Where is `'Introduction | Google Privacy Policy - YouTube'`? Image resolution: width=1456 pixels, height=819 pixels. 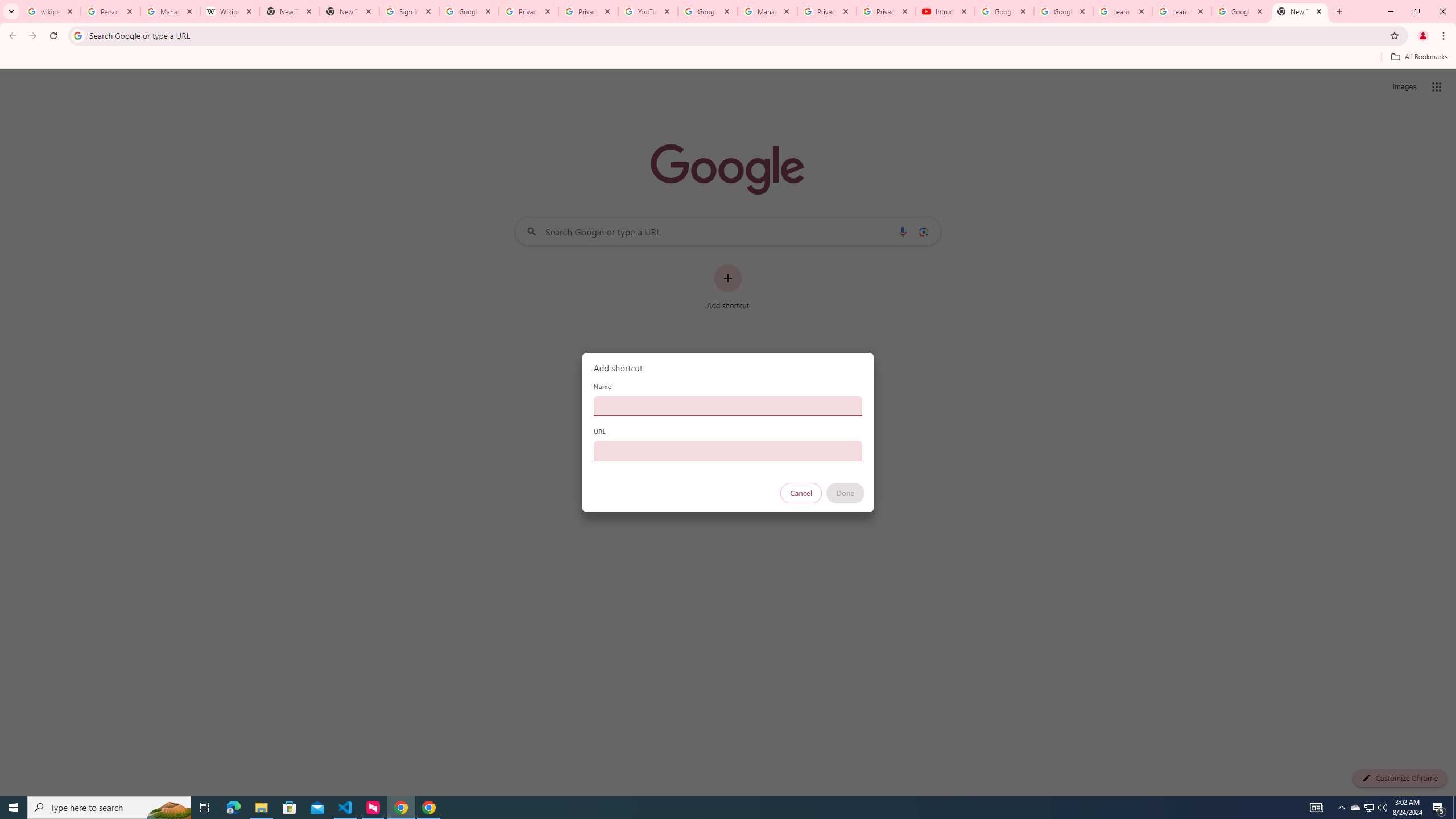
'Introduction | Google Privacy Policy - YouTube' is located at coordinates (944, 11).